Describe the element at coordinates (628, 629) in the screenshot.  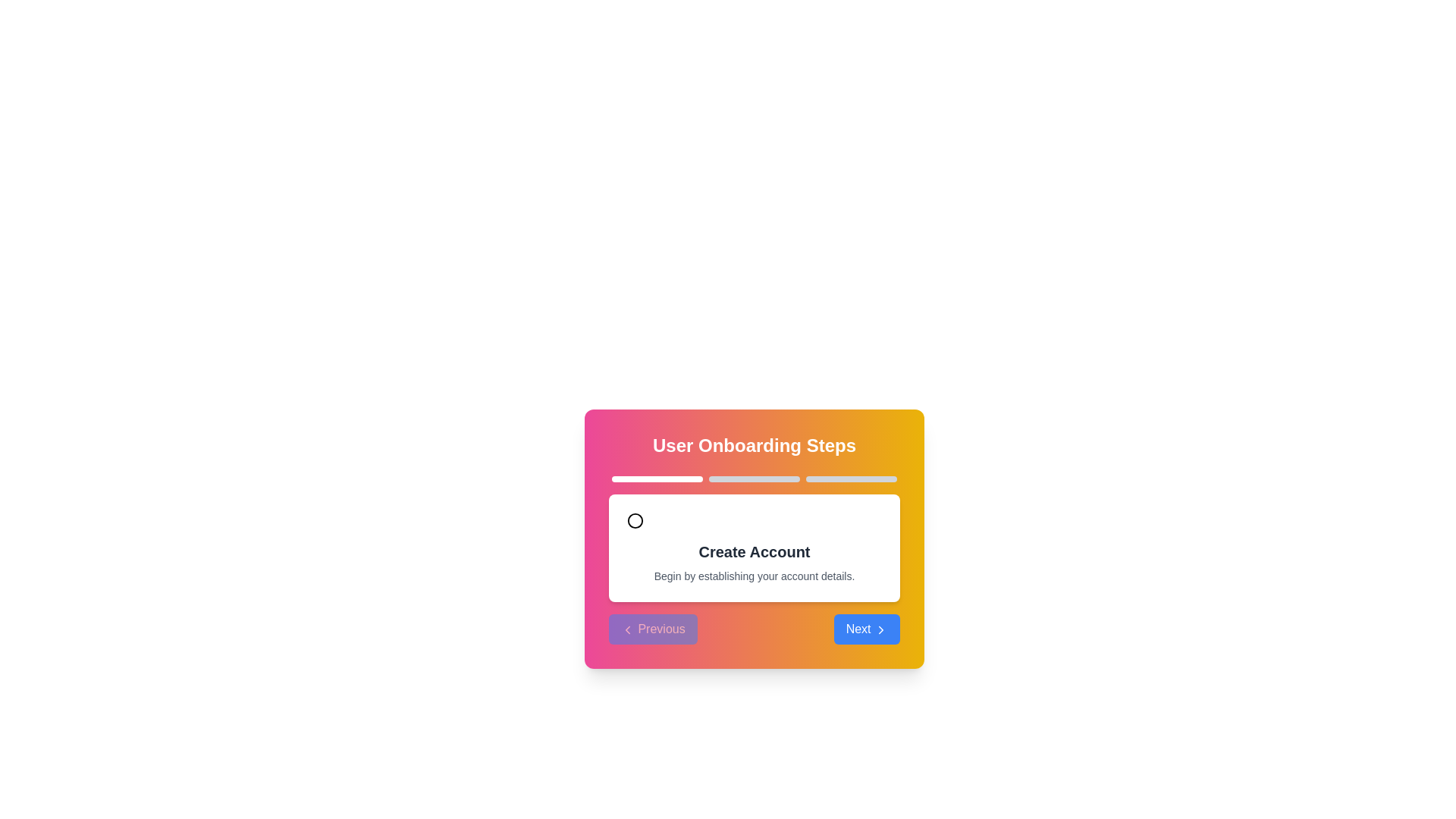
I see `the design and location of the left-facing chevron icon within the 'Previous' button, which is positioned at the bottom left corner of the user interface` at that location.